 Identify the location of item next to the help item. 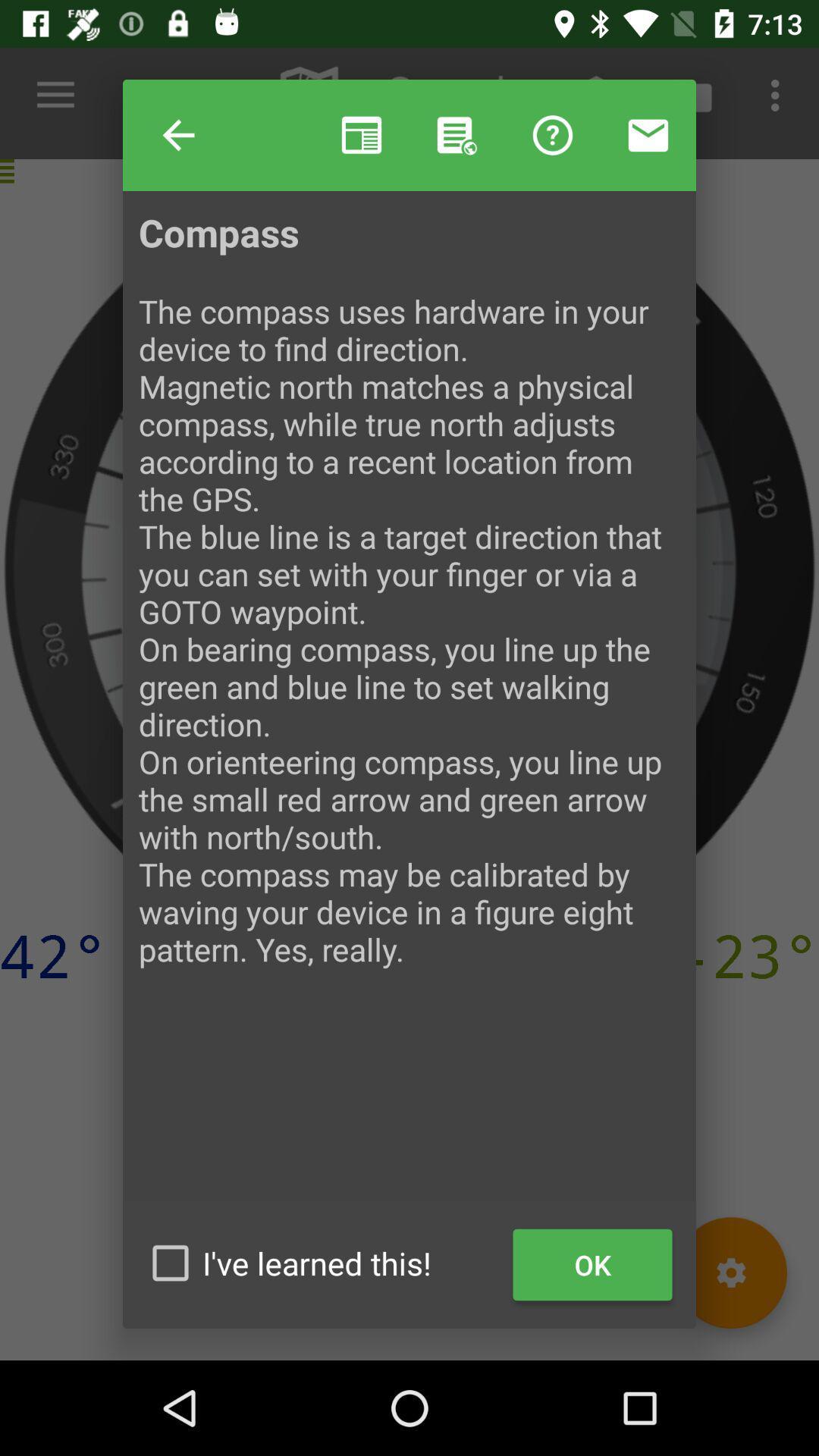
(177, 135).